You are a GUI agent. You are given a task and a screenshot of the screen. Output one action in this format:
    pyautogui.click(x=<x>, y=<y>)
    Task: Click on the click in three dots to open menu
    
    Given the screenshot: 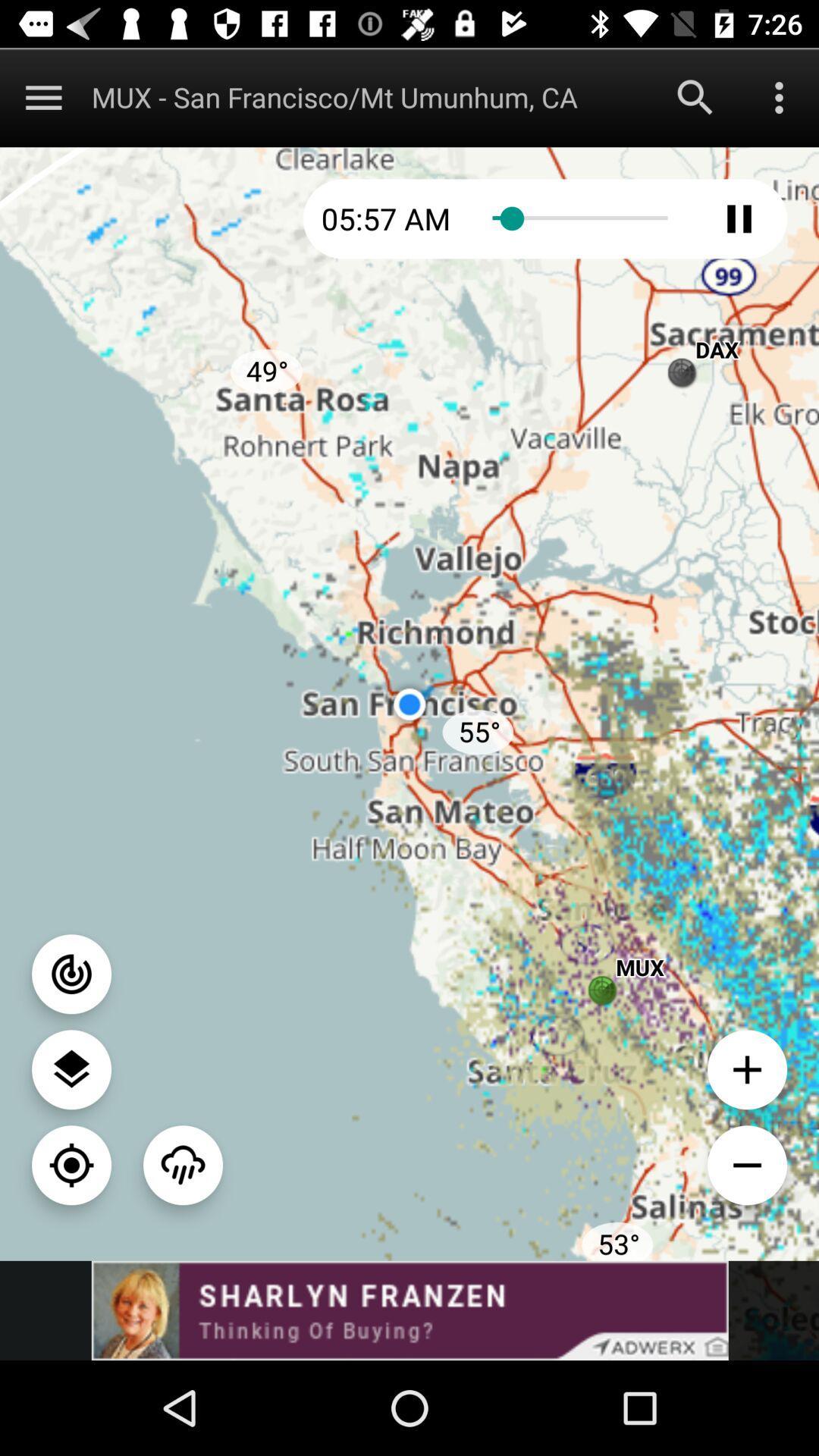 What is the action you would take?
    pyautogui.click(x=779, y=96)
    